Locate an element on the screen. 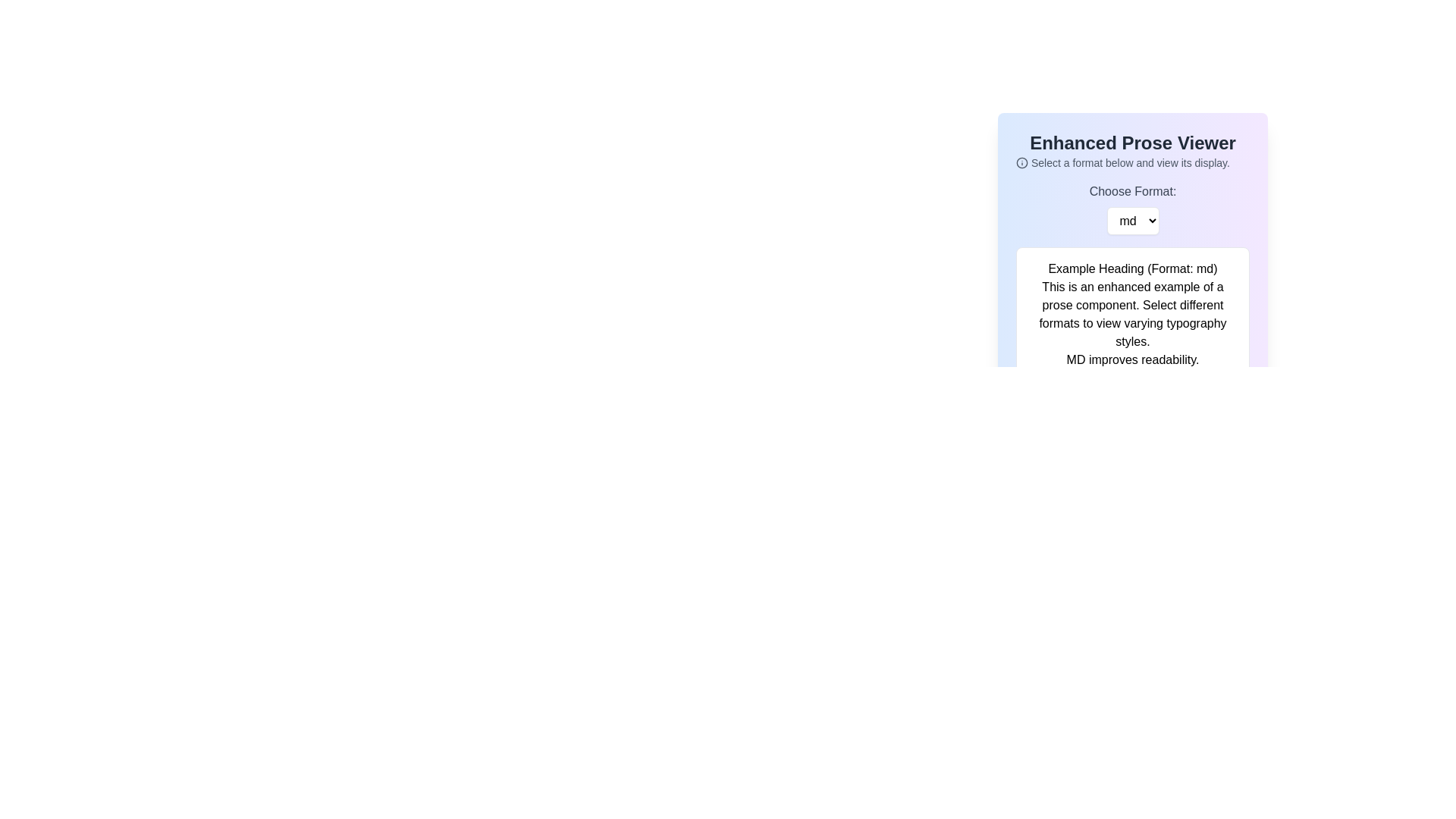 The image size is (1456, 819). the text content of the heading that reads 'Example Heading (Format: md)', which is prominently styled and located at the top of a card interface with rounded corners is located at coordinates (1132, 268).